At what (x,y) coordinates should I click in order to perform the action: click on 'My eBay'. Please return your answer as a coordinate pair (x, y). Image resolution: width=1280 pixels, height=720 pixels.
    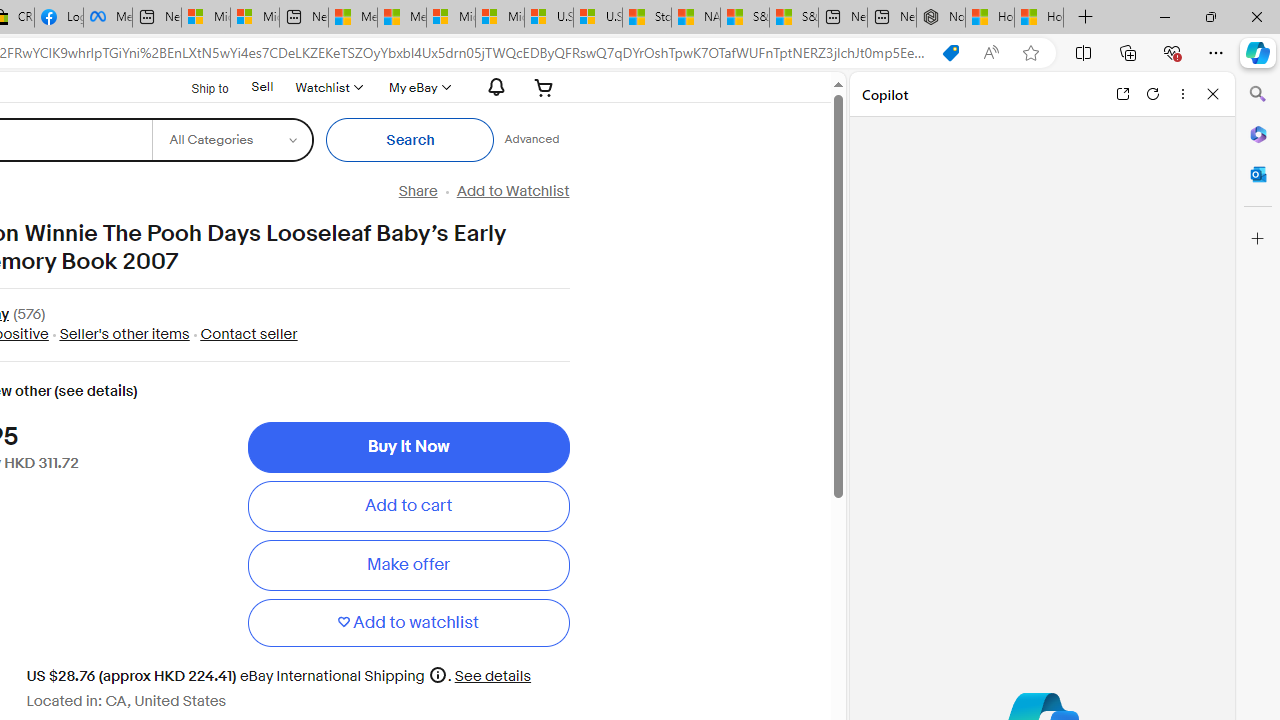
    Looking at the image, I should click on (417, 86).